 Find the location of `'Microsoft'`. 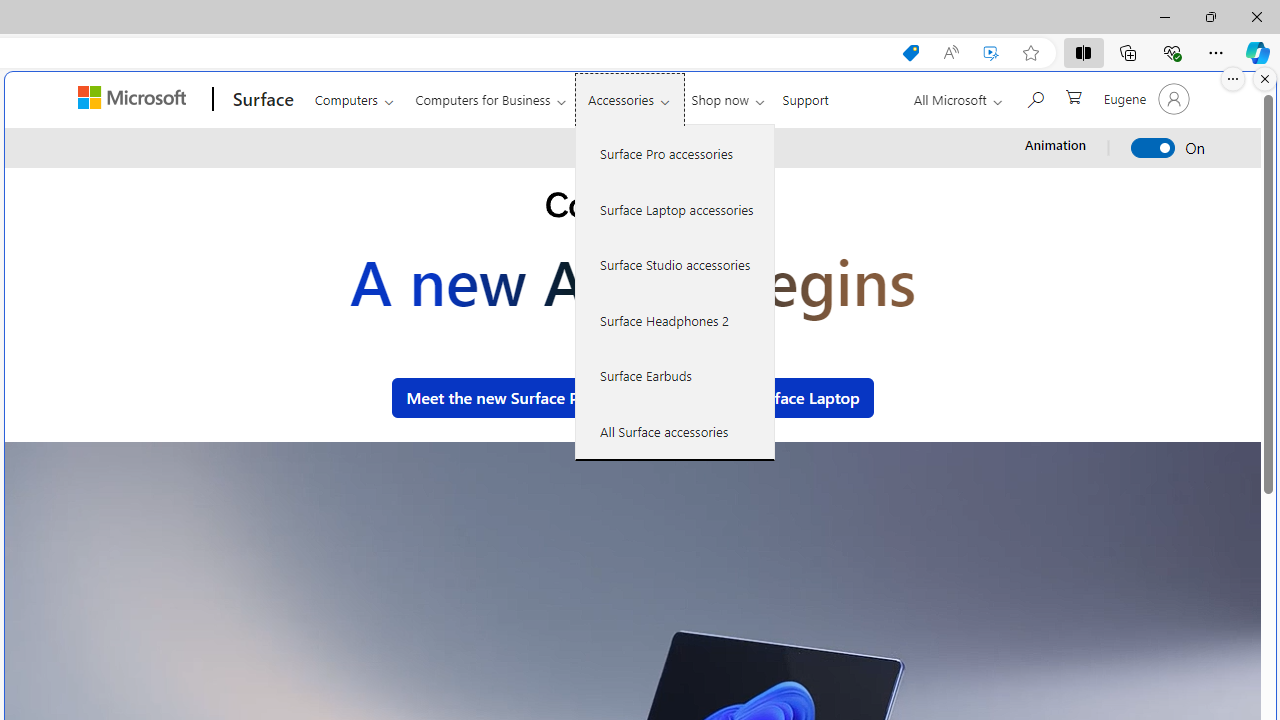

'Microsoft' is located at coordinates (134, 99).